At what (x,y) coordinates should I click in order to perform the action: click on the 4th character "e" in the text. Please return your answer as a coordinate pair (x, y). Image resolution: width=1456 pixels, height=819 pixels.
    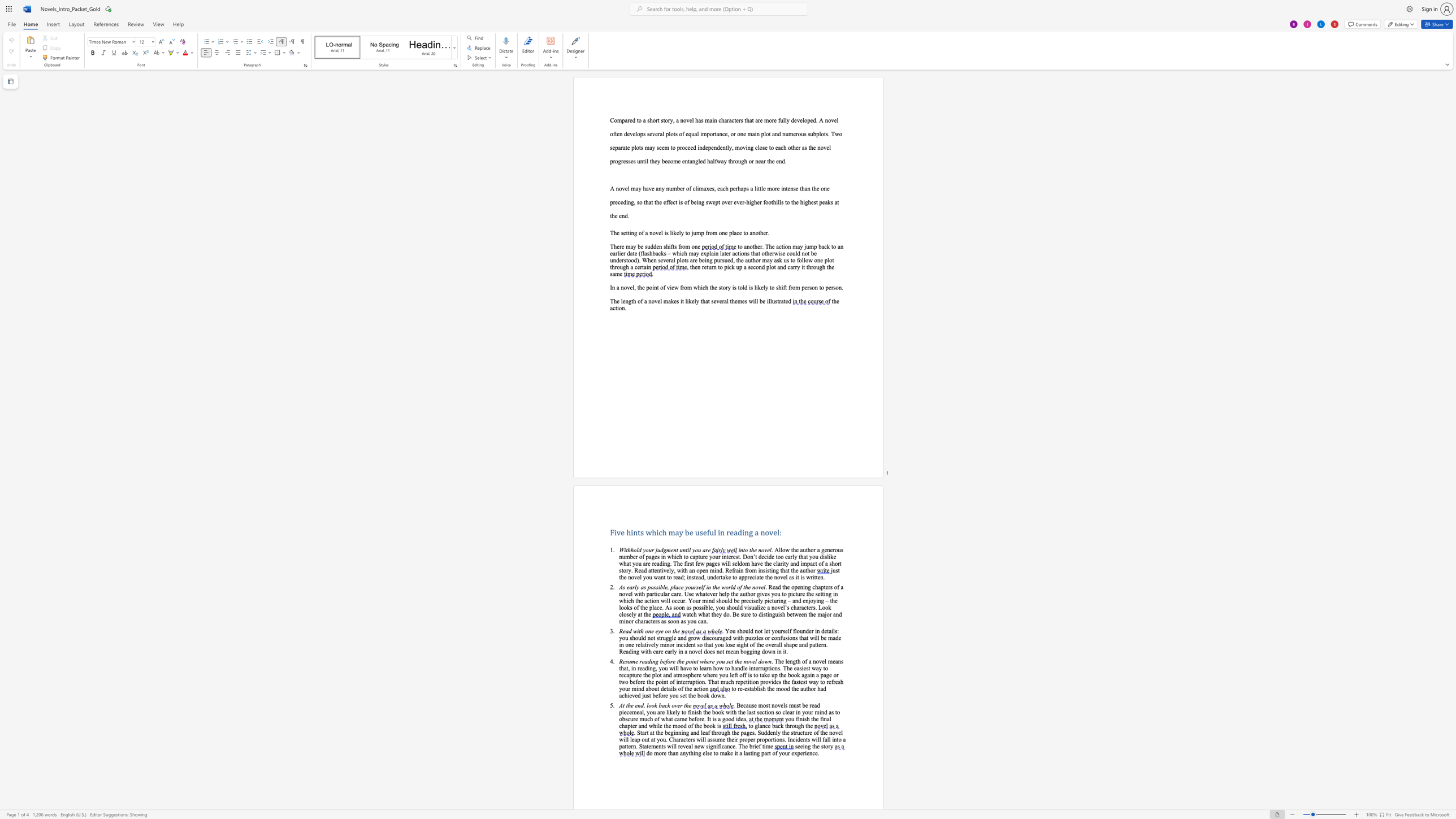
    Looking at the image, I should click on (662, 147).